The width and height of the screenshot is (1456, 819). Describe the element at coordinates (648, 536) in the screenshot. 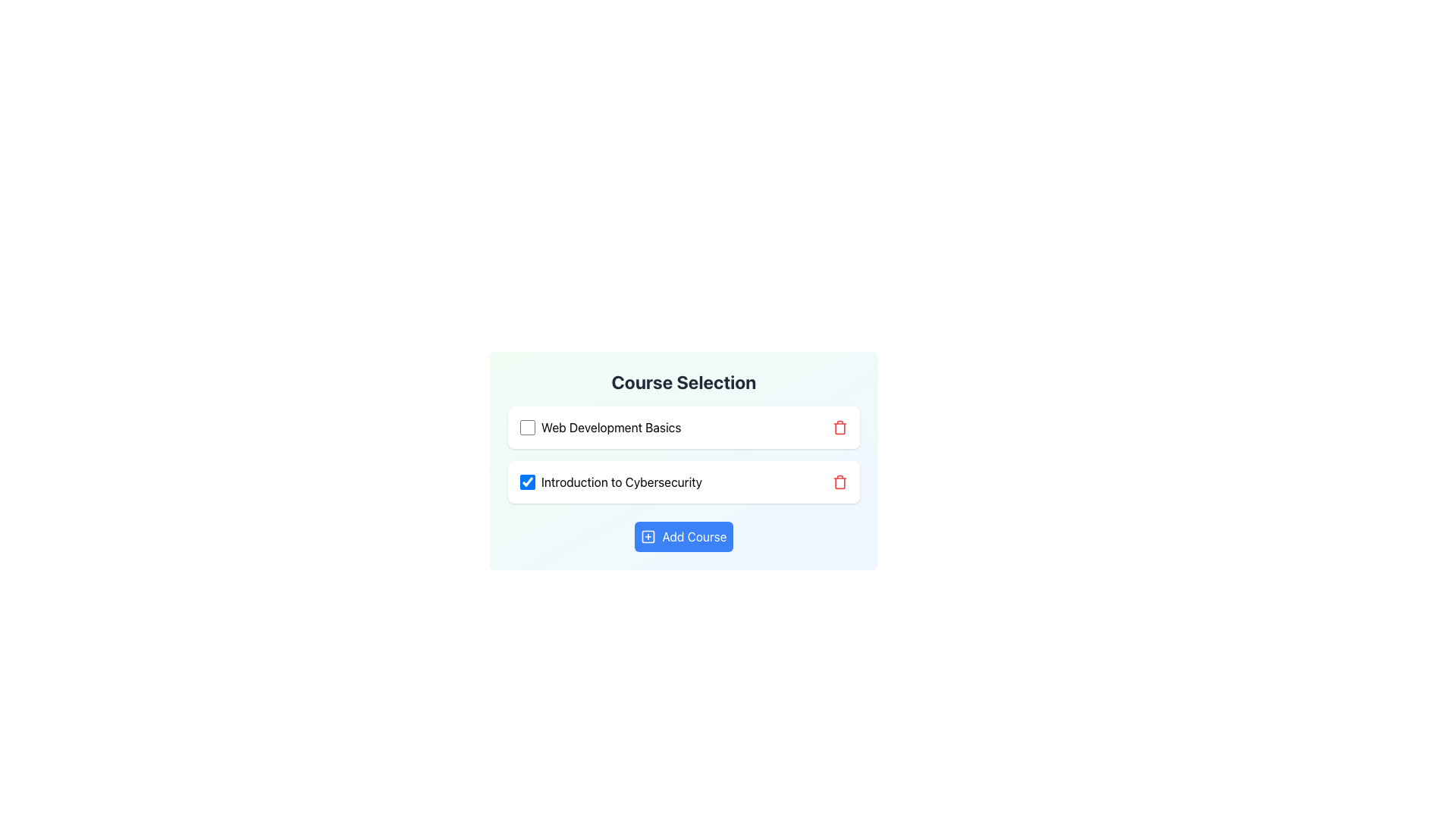

I see `the small square icon with a plus sign located within the 'Add Course' blue button at the bottom of the 'Course Selection' interface` at that location.